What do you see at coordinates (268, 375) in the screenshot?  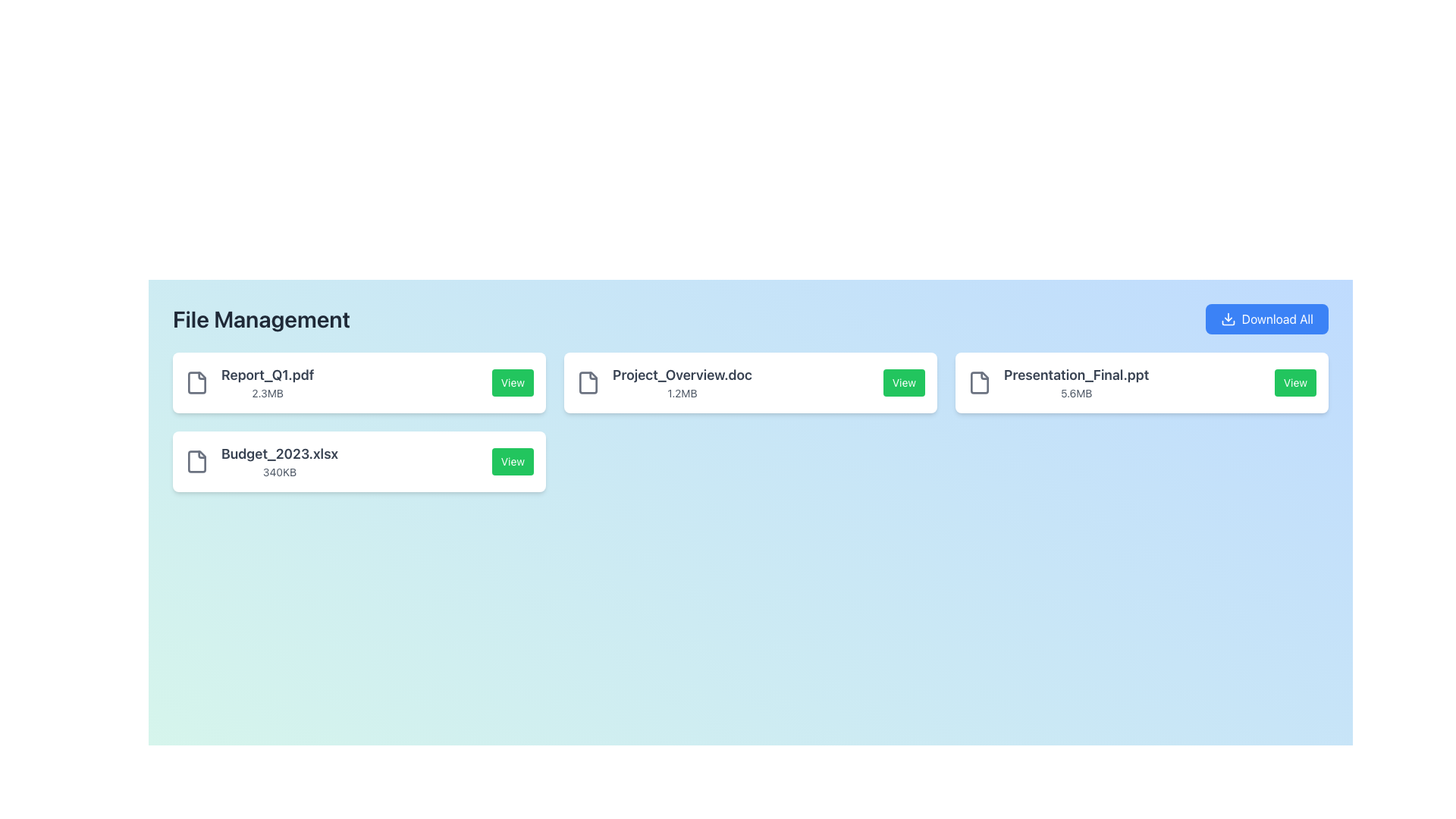 I see `the text label displaying 'Report_Q1.pdf', which is the primary title of the first file card in the top-left of the grid layout` at bounding box center [268, 375].